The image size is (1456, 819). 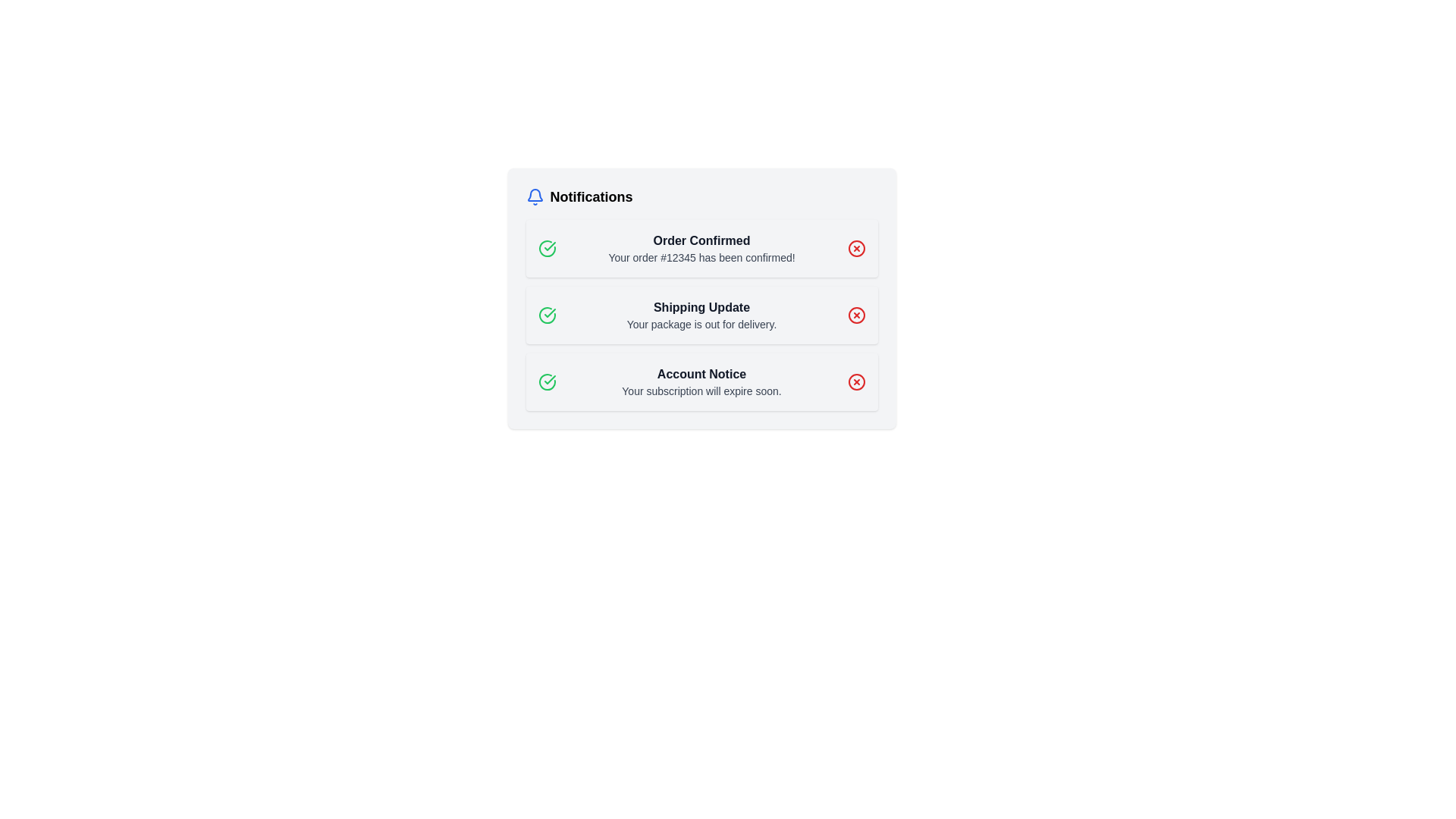 What do you see at coordinates (546, 247) in the screenshot?
I see `the outer circular portion of the green stroke checkmark icon located to the left of the 'Shipping Update' notification in the second entry of the notification list` at bounding box center [546, 247].